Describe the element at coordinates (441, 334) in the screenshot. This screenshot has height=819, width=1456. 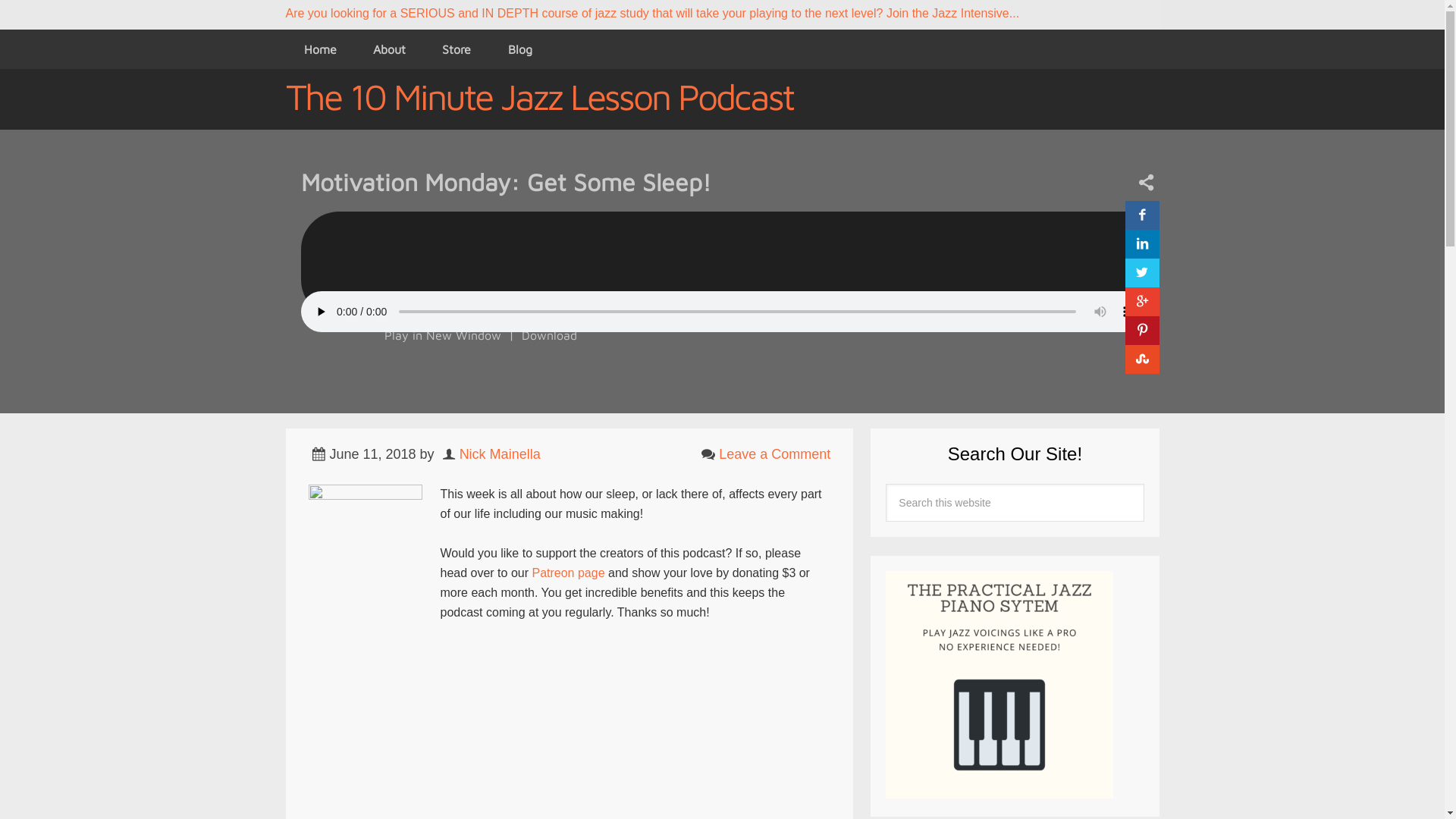
I see `'Play in New Window'` at that location.